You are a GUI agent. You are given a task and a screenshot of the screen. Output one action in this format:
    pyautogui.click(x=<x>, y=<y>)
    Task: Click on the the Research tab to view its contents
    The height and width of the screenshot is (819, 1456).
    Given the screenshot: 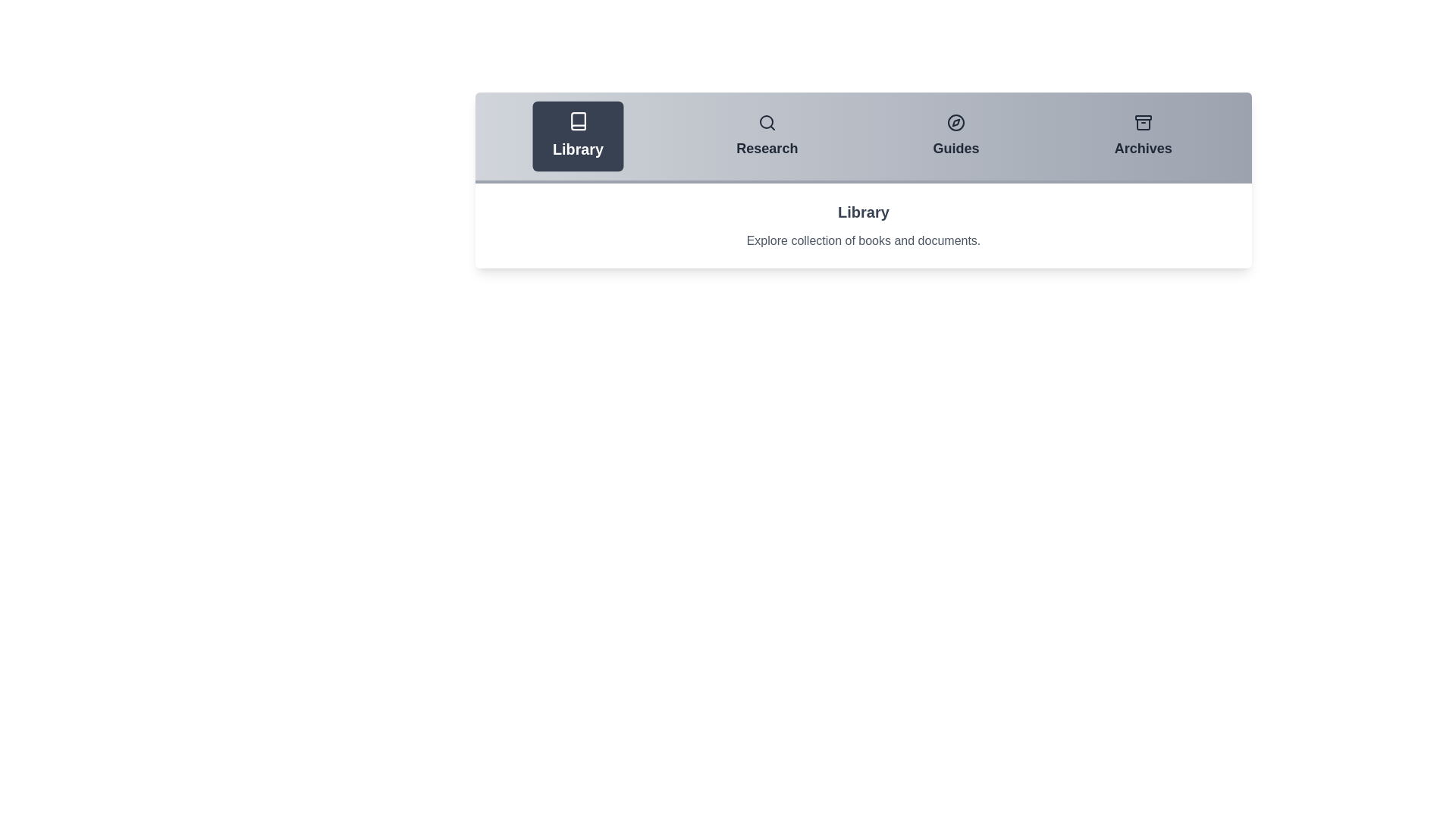 What is the action you would take?
    pyautogui.click(x=767, y=136)
    